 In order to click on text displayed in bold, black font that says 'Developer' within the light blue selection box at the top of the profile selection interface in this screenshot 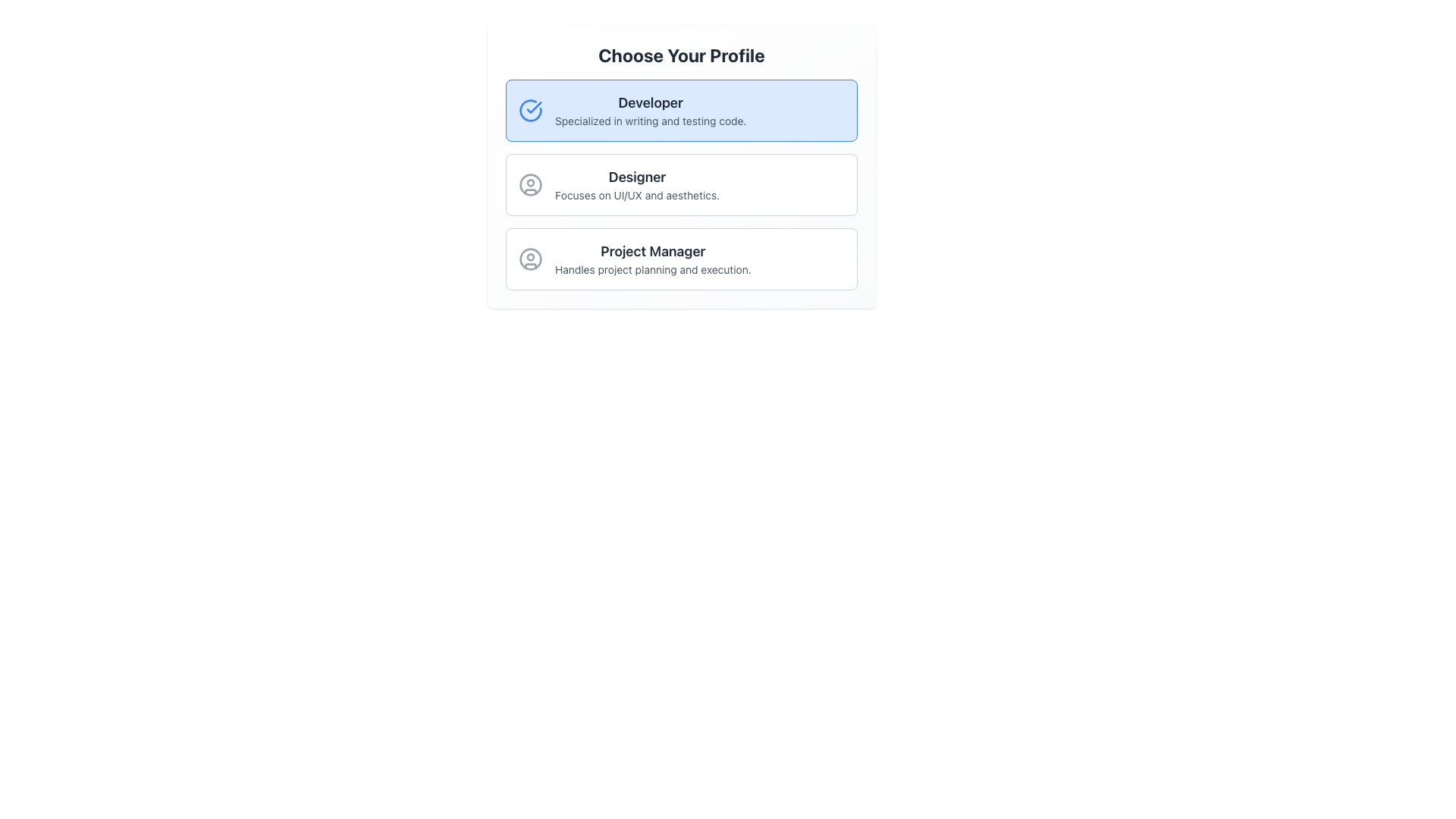, I will do `click(651, 102)`.